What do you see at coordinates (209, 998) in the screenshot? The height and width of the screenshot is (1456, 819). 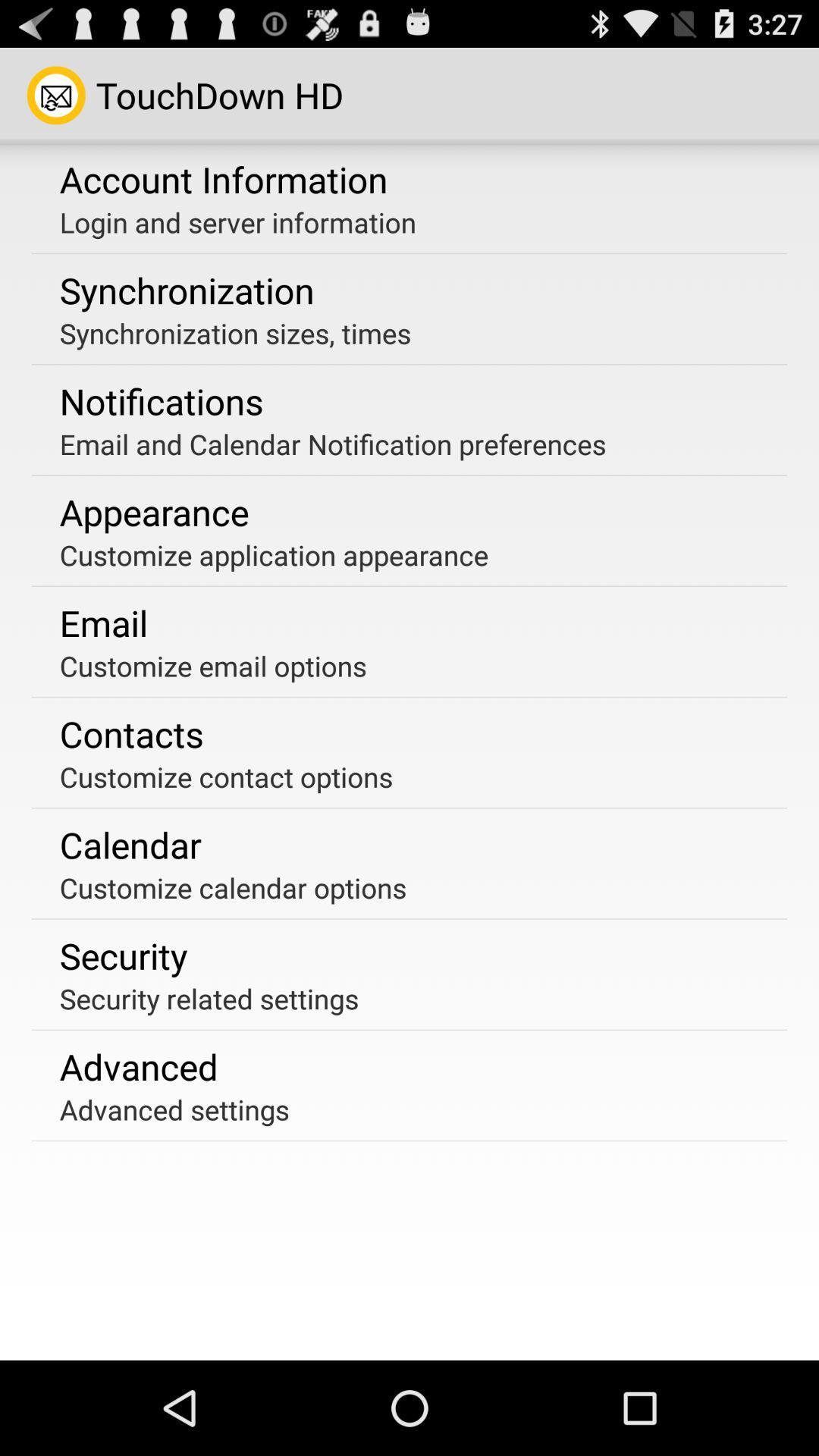 I see `the security related settings app` at bounding box center [209, 998].